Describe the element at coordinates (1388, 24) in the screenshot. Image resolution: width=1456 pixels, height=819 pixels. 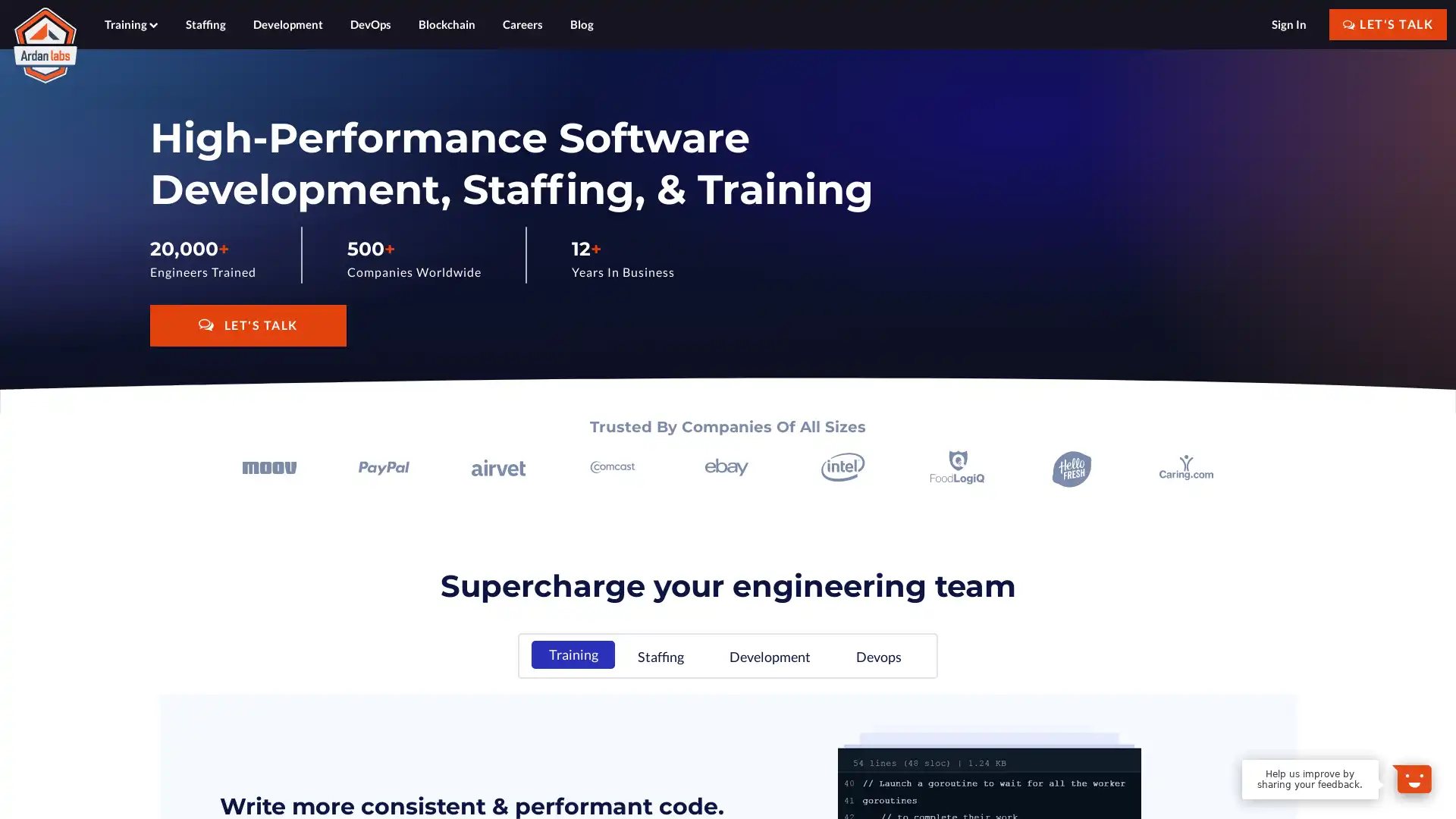
I see `LET'S TALK` at that location.